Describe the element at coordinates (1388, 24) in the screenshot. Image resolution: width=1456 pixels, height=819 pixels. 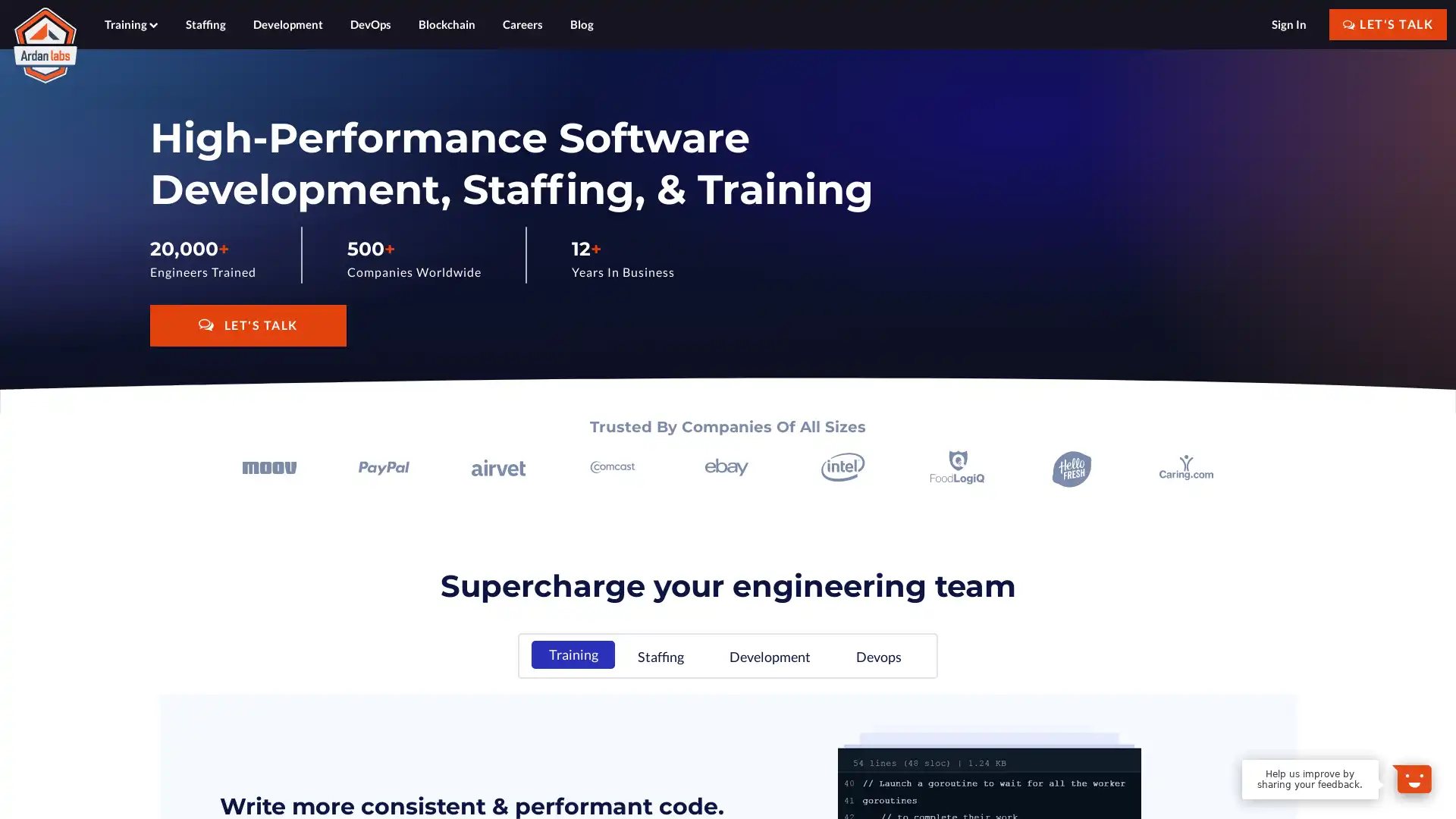
I see `LET'S TALK` at that location.